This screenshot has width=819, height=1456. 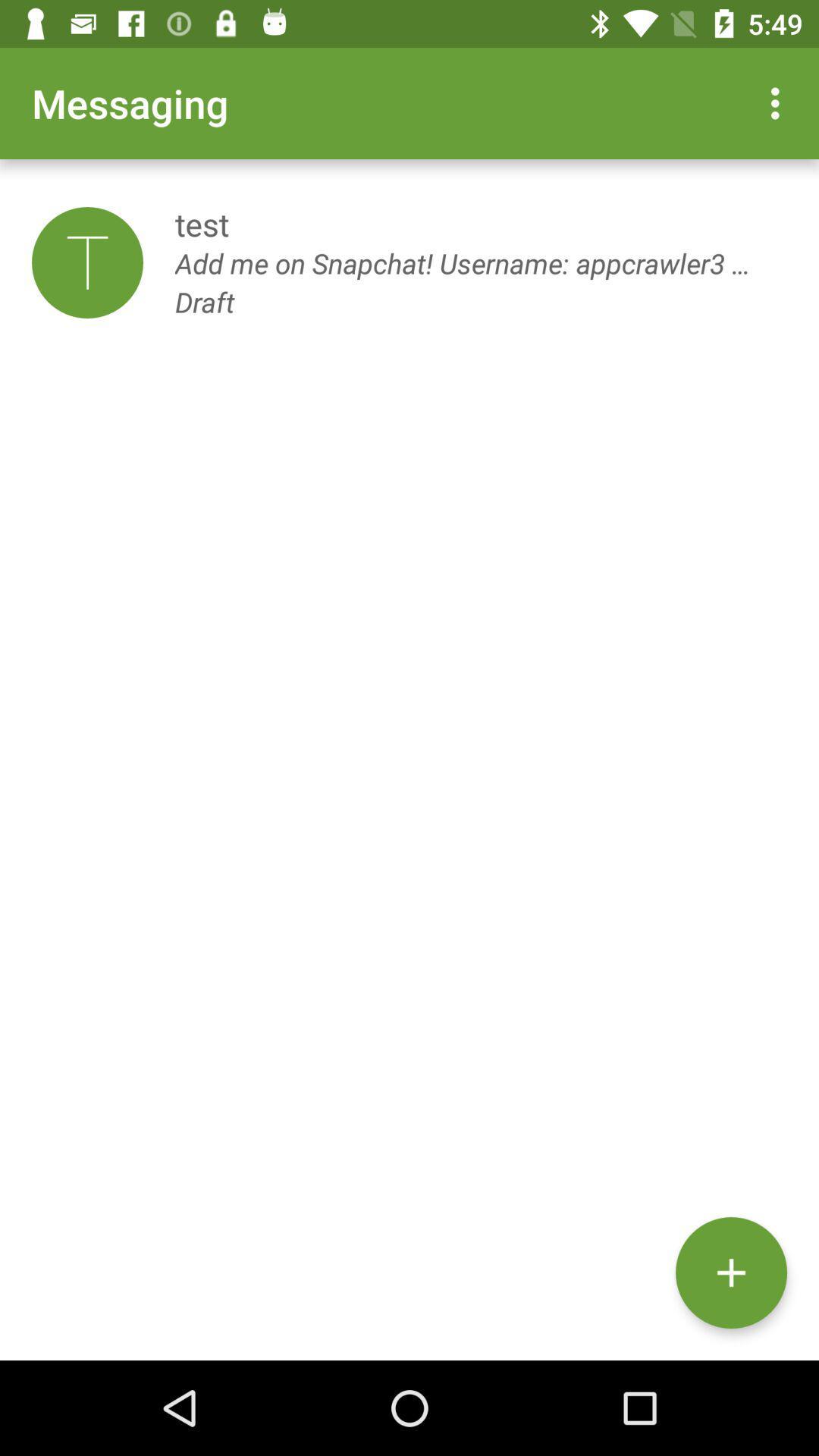 I want to click on item below the add me on, so click(x=730, y=1272).